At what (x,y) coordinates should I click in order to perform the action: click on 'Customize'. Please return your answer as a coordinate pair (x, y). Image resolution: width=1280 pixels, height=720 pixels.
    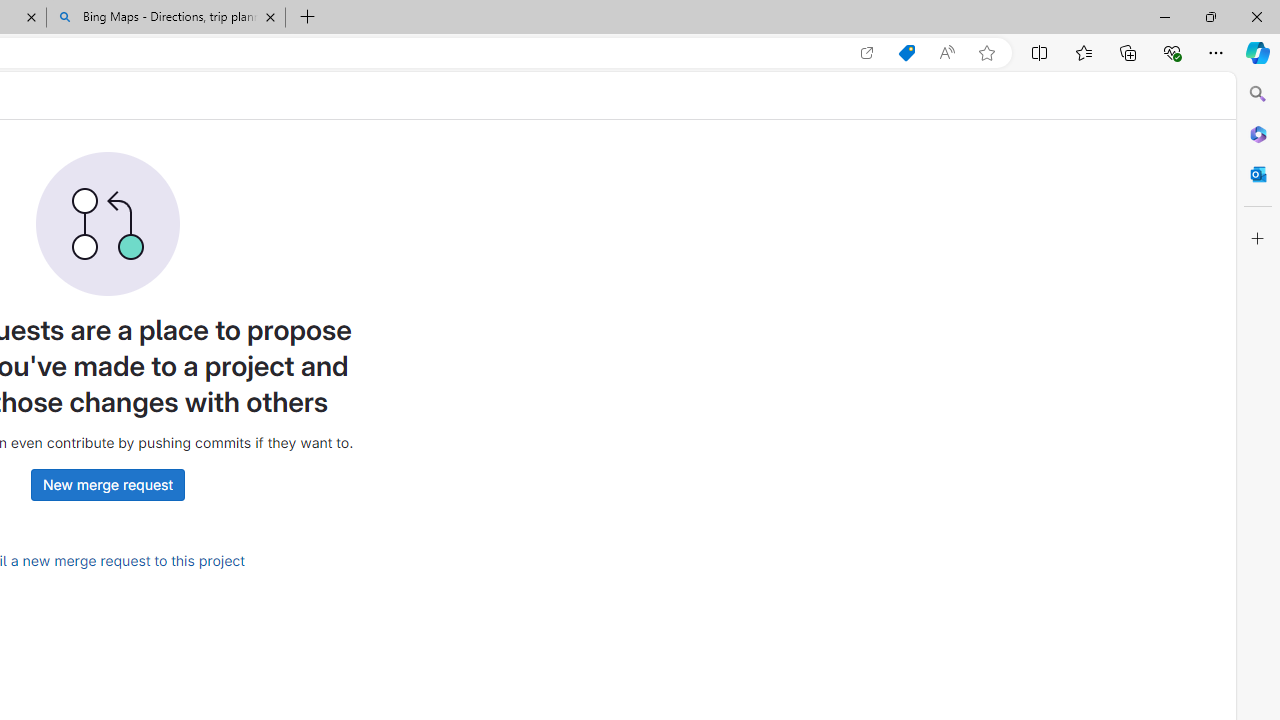
    Looking at the image, I should click on (1257, 238).